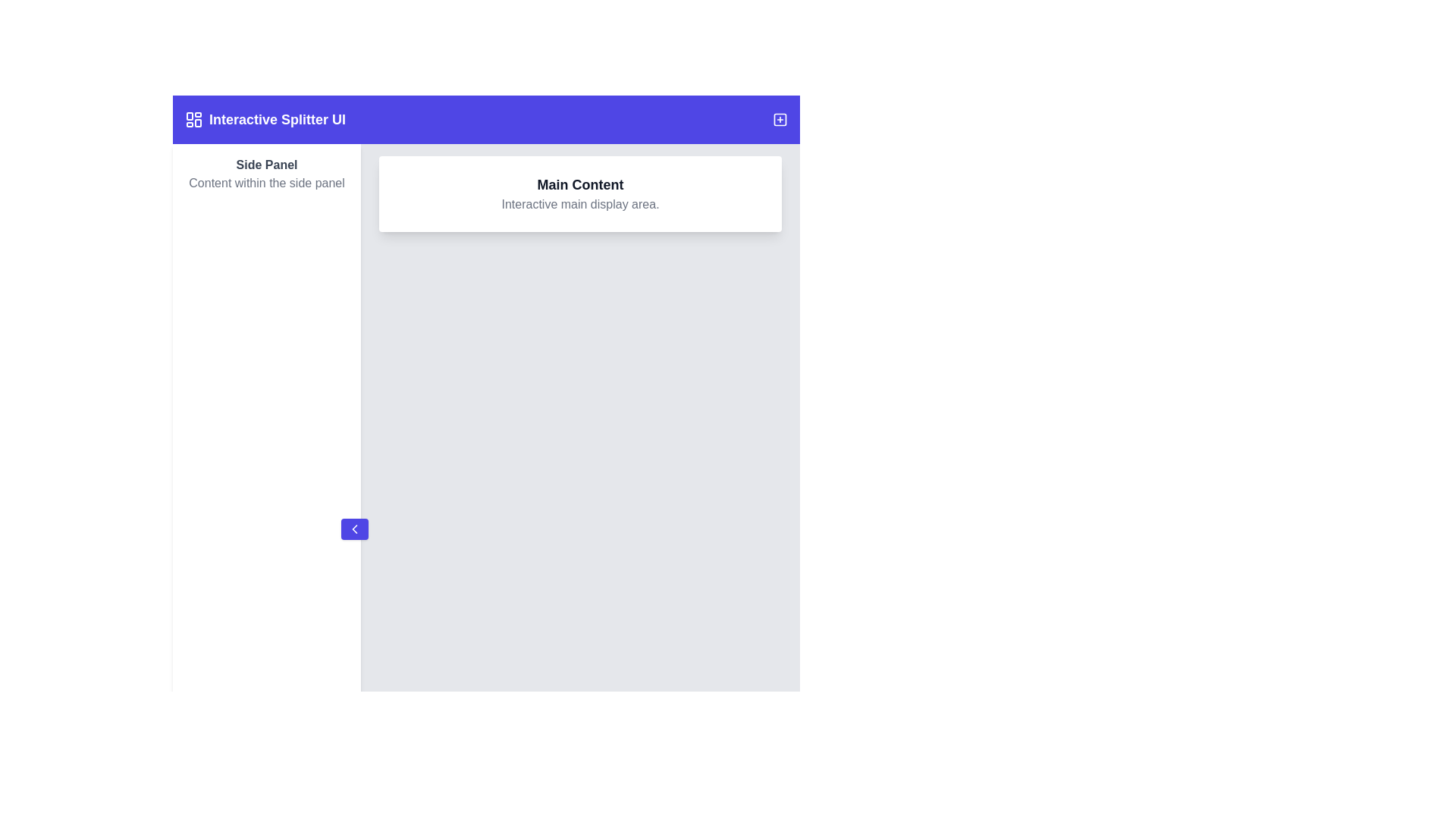 Image resolution: width=1456 pixels, height=819 pixels. I want to click on the decorative visual element representing a layout or dashboard concept in the application's header, located at the top-left corner of a group of four rectangles, so click(189, 115).